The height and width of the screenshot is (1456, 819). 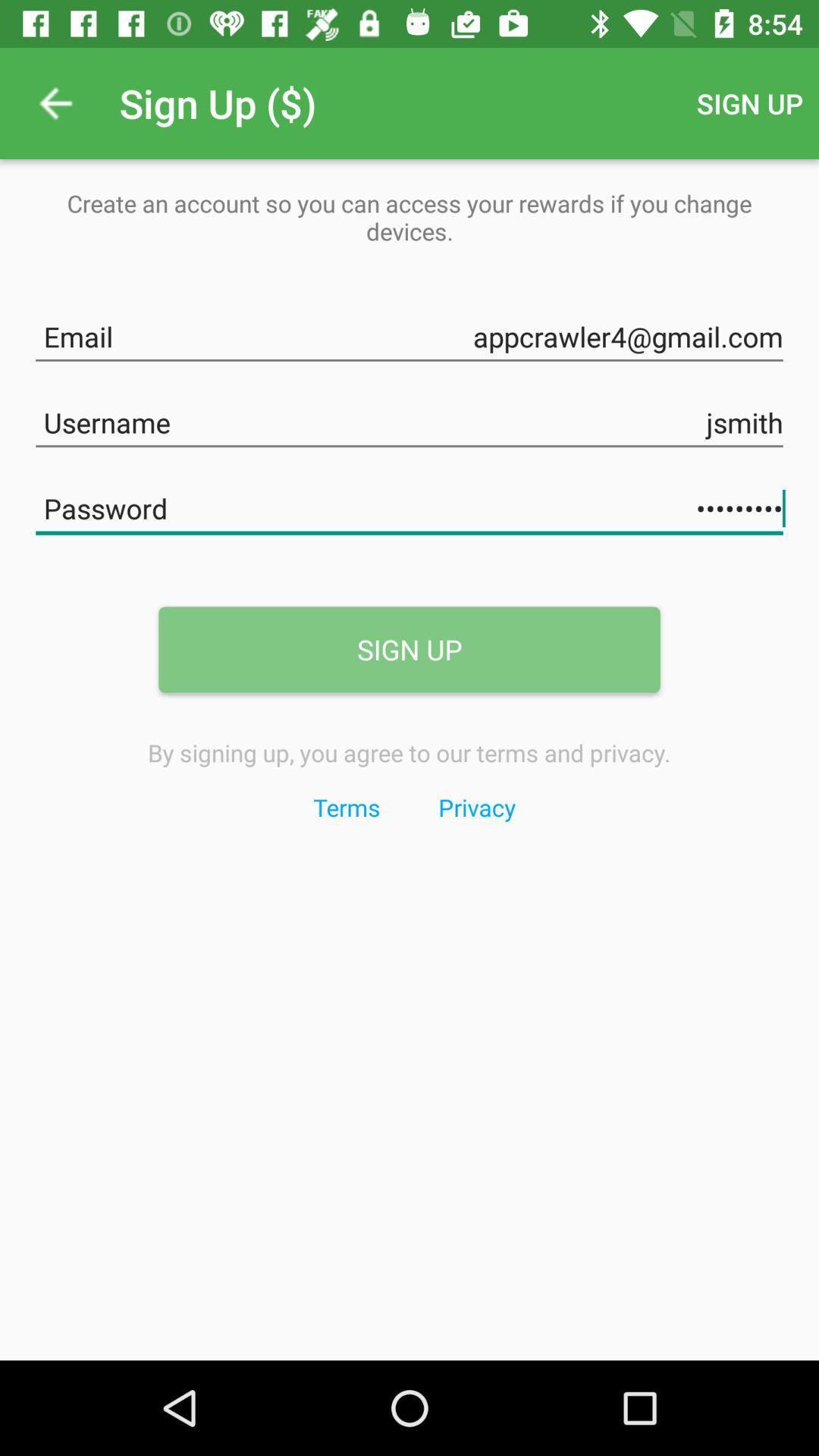 What do you see at coordinates (409, 419) in the screenshot?
I see `icon above crowd3116 icon` at bounding box center [409, 419].